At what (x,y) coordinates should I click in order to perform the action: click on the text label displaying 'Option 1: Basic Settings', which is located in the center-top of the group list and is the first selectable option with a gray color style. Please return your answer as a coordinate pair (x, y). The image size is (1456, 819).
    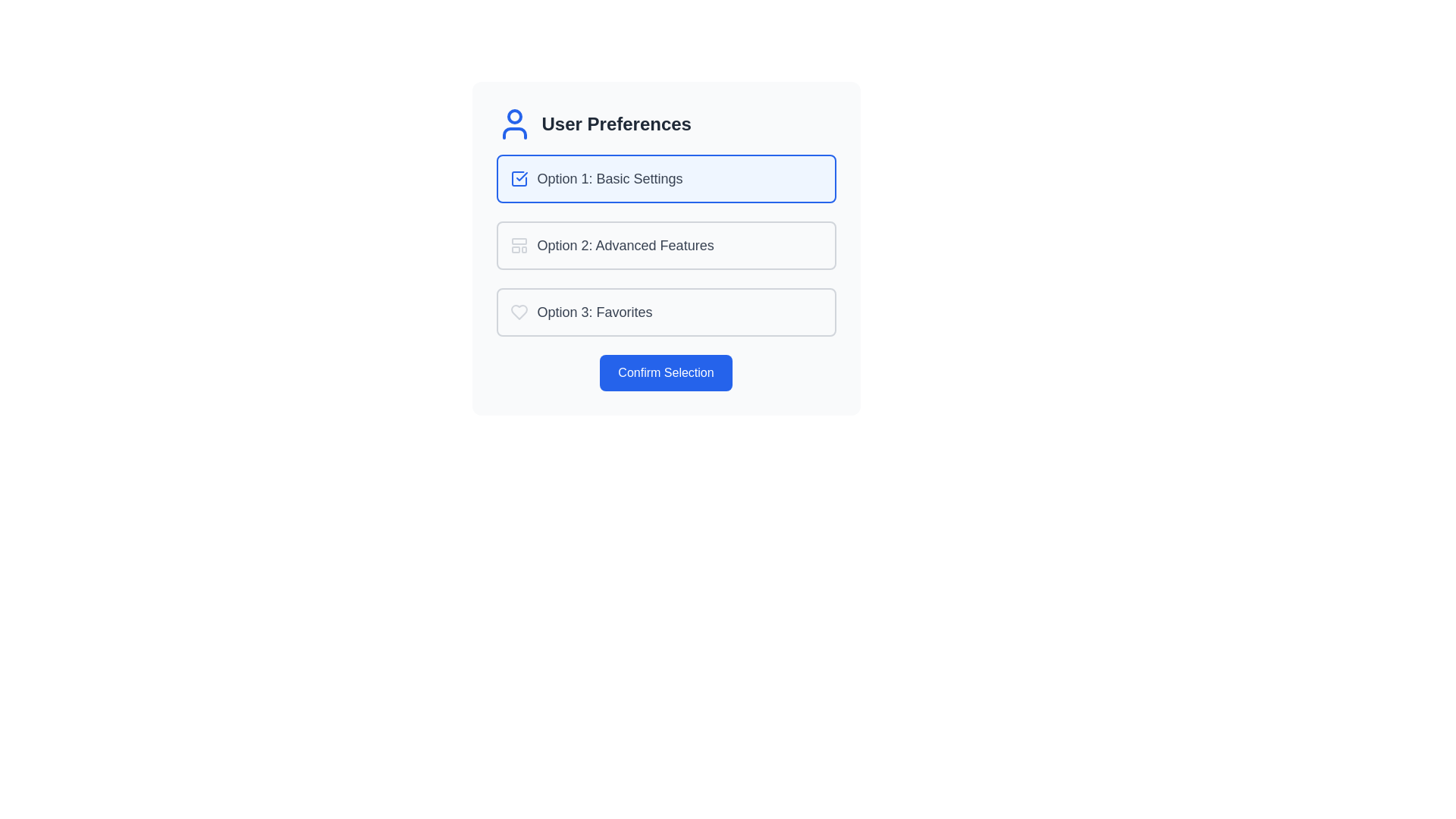
    Looking at the image, I should click on (610, 177).